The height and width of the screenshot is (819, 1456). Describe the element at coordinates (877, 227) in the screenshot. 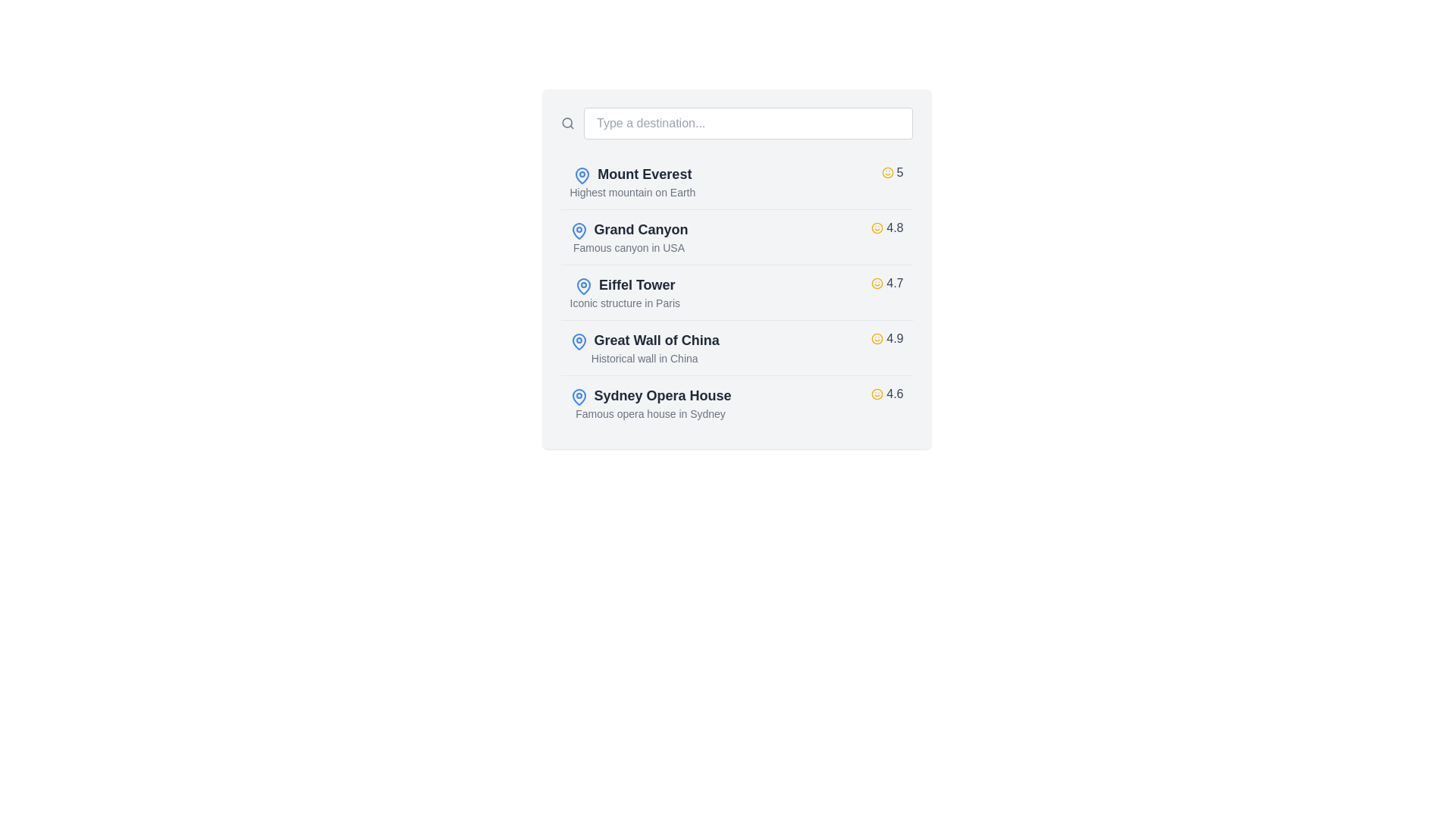

I see `the circular yellow smiling face icon next to the numerical rating 4.8 in the second row associated with the 'Grand Canyon' list item` at that location.